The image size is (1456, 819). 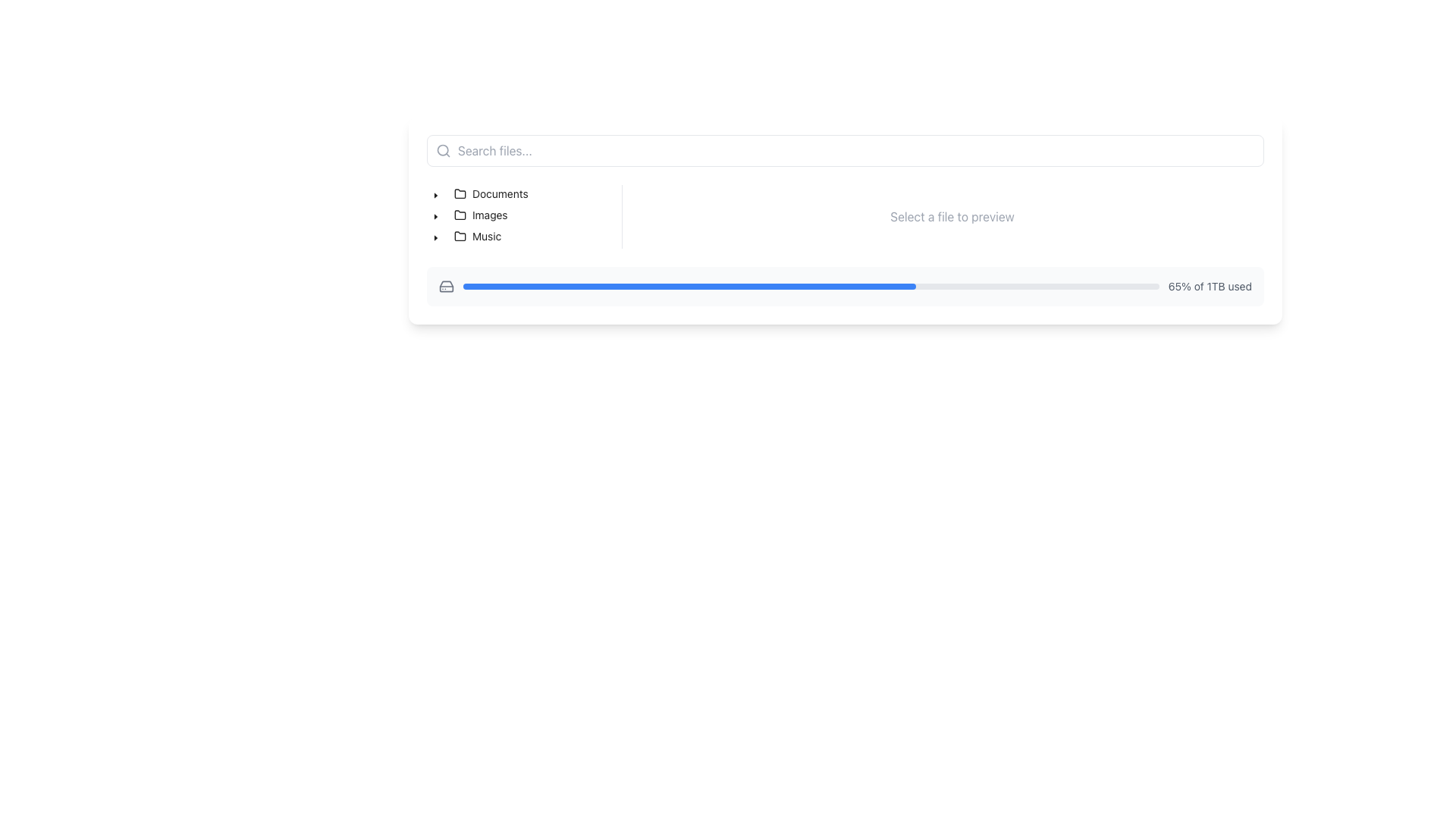 What do you see at coordinates (500, 193) in the screenshot?
I see `the 'Documents' text label` at bounding box center [500, 193].